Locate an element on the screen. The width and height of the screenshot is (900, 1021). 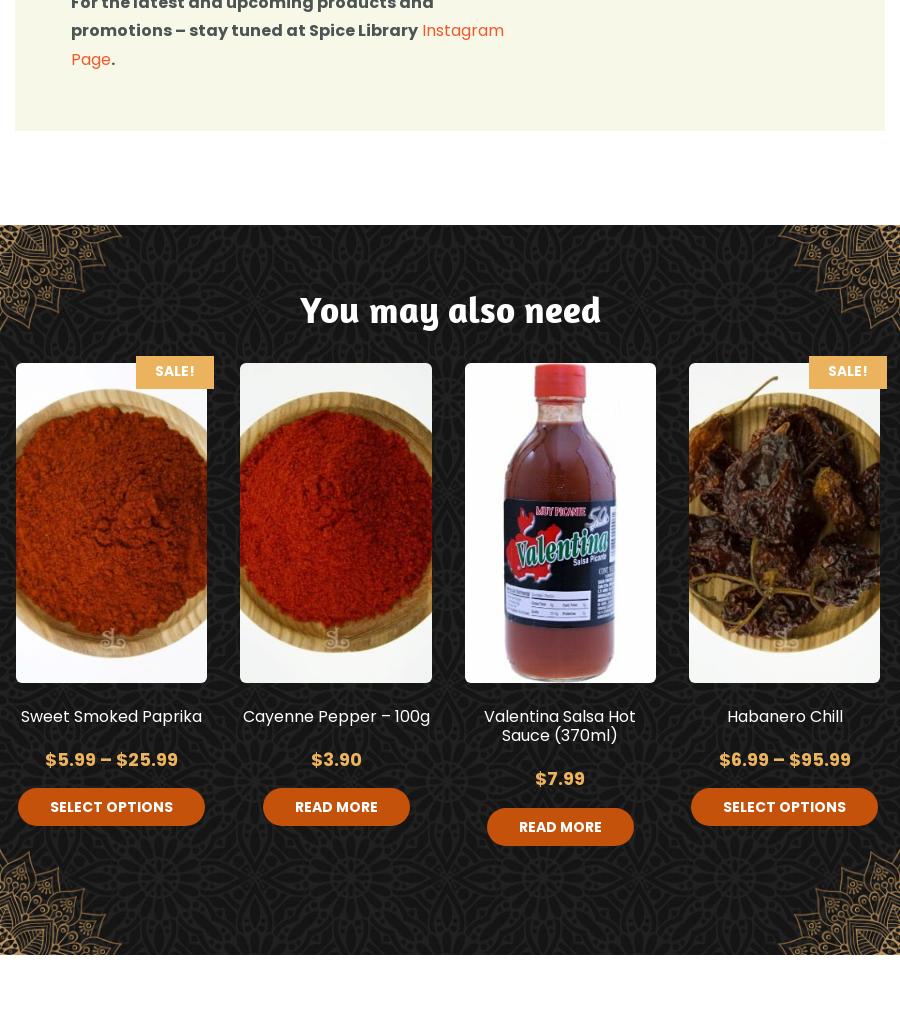
'3.90' is located at coordinates (321, 758).